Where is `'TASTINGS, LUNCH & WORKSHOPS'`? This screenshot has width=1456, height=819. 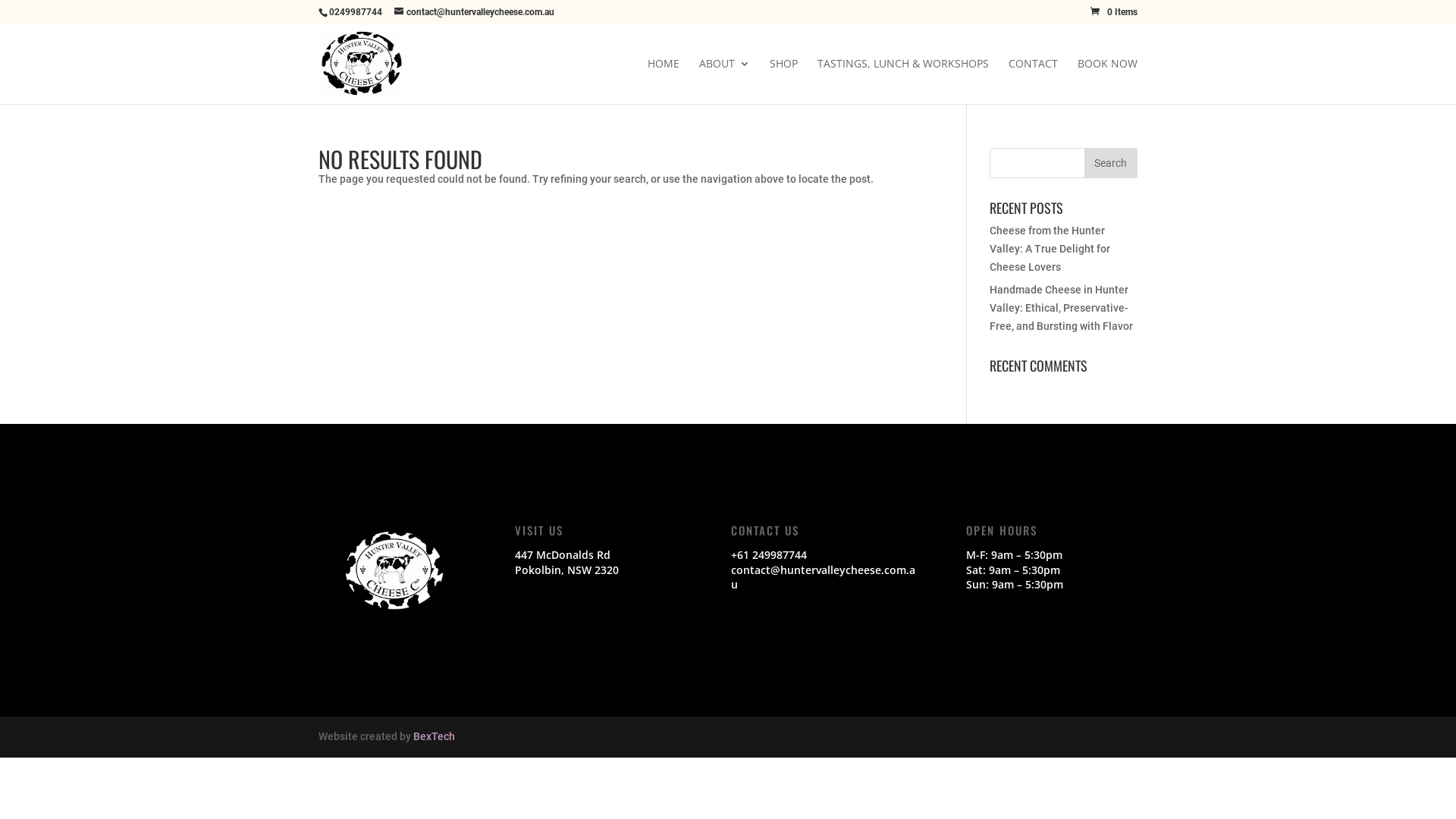 'TASTINGS, LUNCH & WORKSHOPS' is located at coordinates (902, 81).